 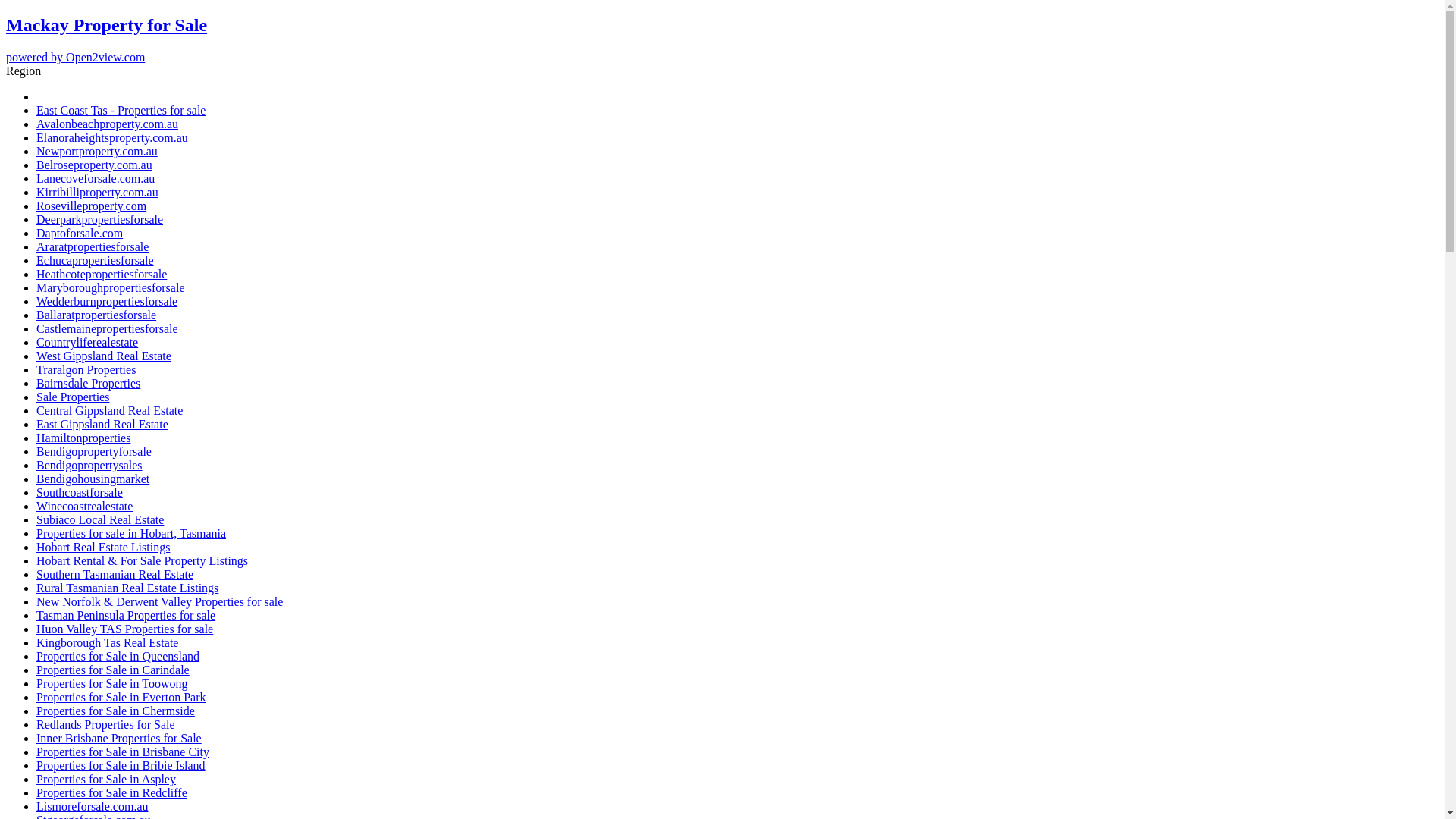 I want to click on 'Southern Tasmanian Real Estate', so click(x=114, y=574).